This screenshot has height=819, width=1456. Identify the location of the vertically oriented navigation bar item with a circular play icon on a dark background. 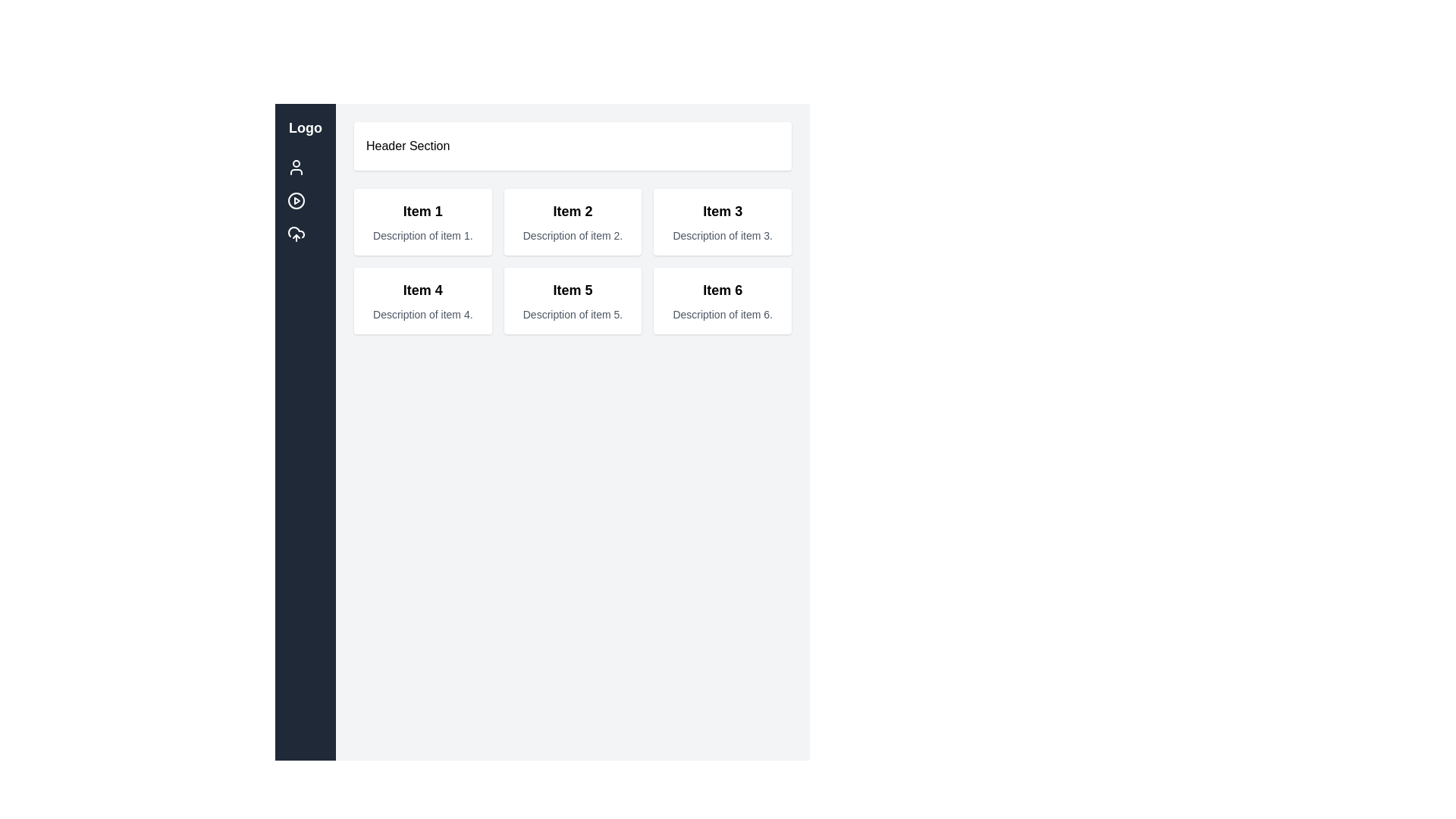
(305, 200).